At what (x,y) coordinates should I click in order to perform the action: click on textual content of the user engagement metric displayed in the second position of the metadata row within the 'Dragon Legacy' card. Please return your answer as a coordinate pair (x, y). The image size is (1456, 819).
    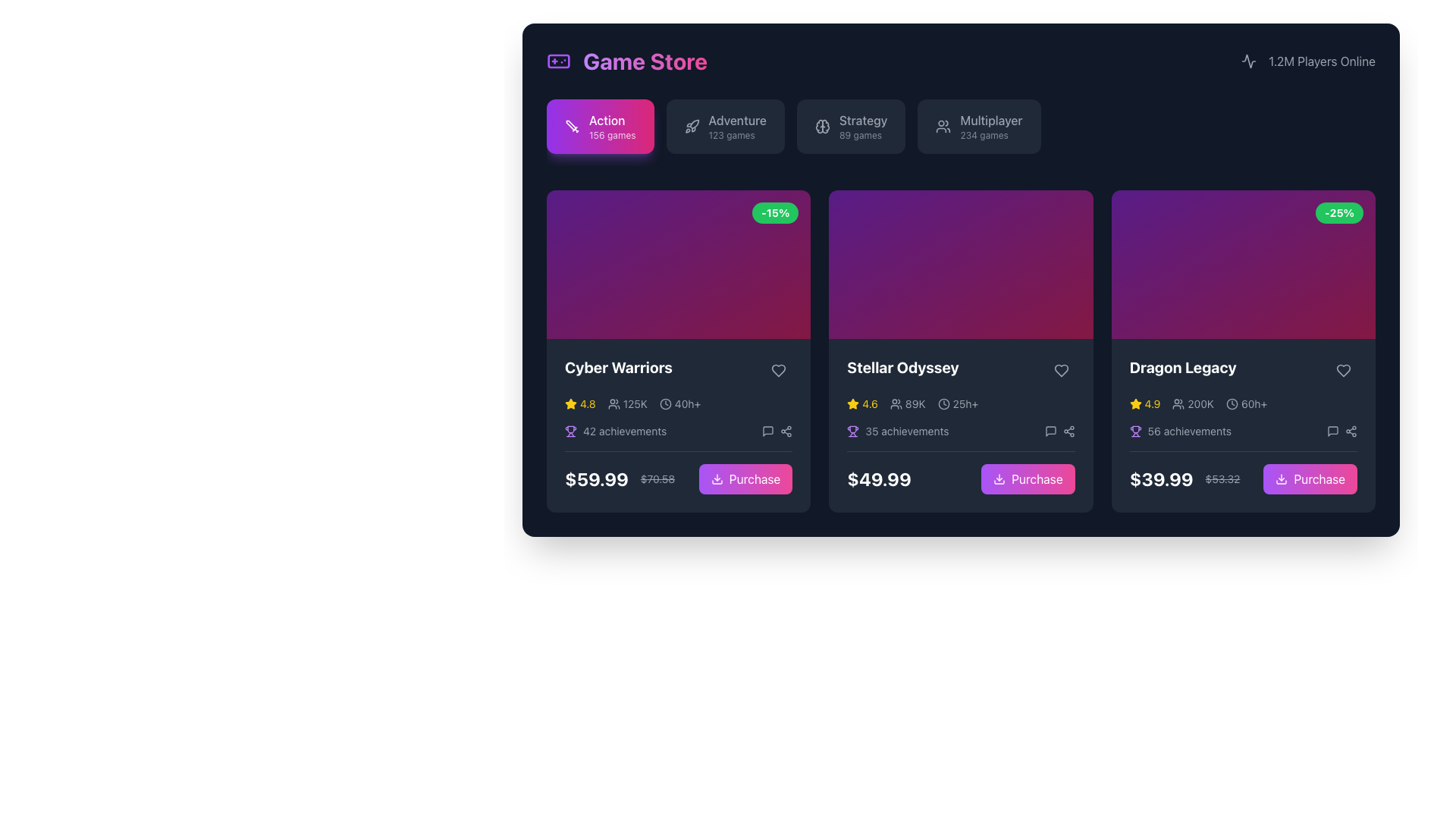
    Looking at the image, I should click on (1192, 403).